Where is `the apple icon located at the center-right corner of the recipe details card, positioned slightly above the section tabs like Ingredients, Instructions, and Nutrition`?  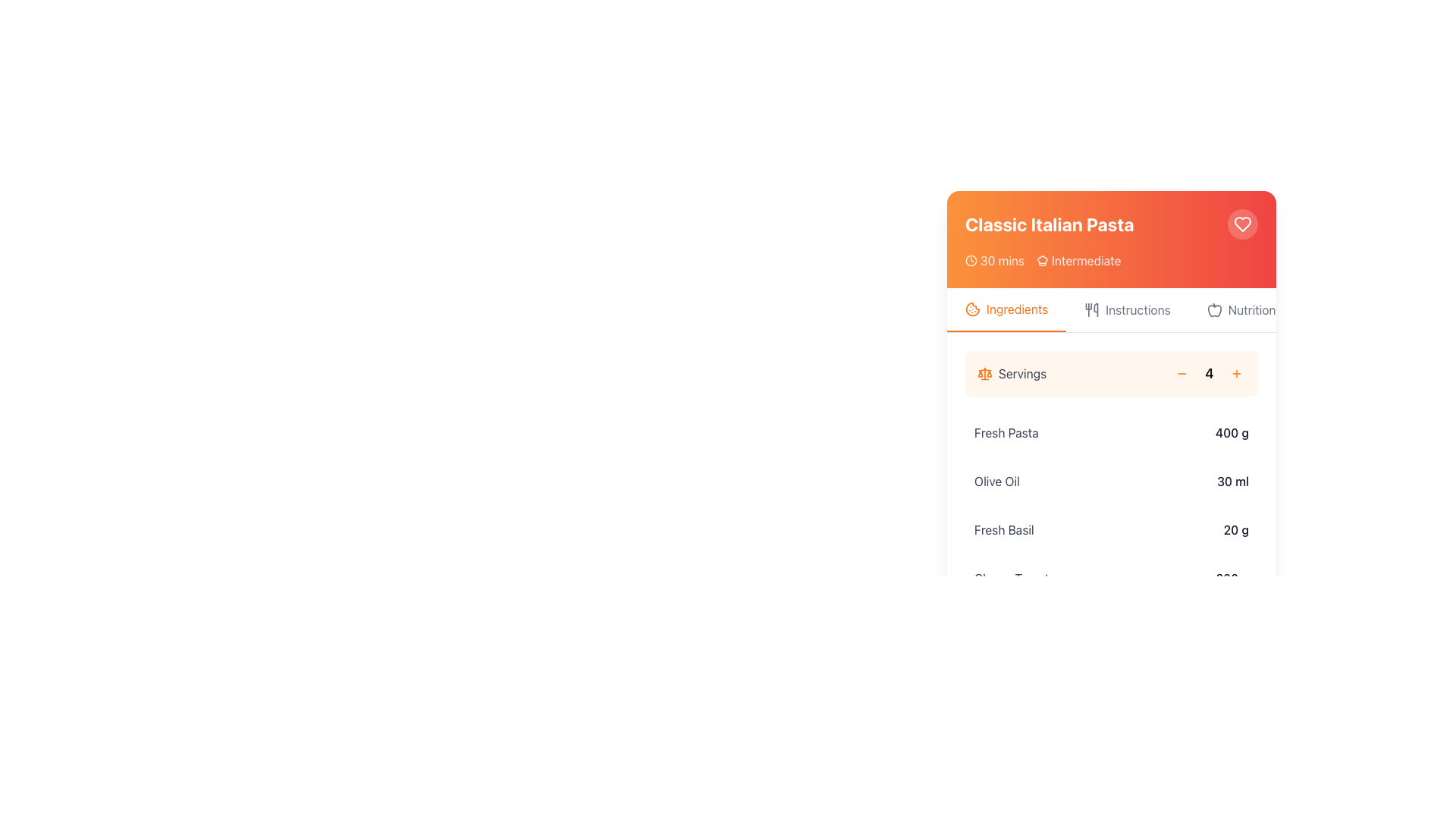 the apple icon located at the center-right corner of the recipe details card, positioned slightly above the section tabs like Ingredients, Instructions, and Nutrition is located at coordinates (1214, 310).